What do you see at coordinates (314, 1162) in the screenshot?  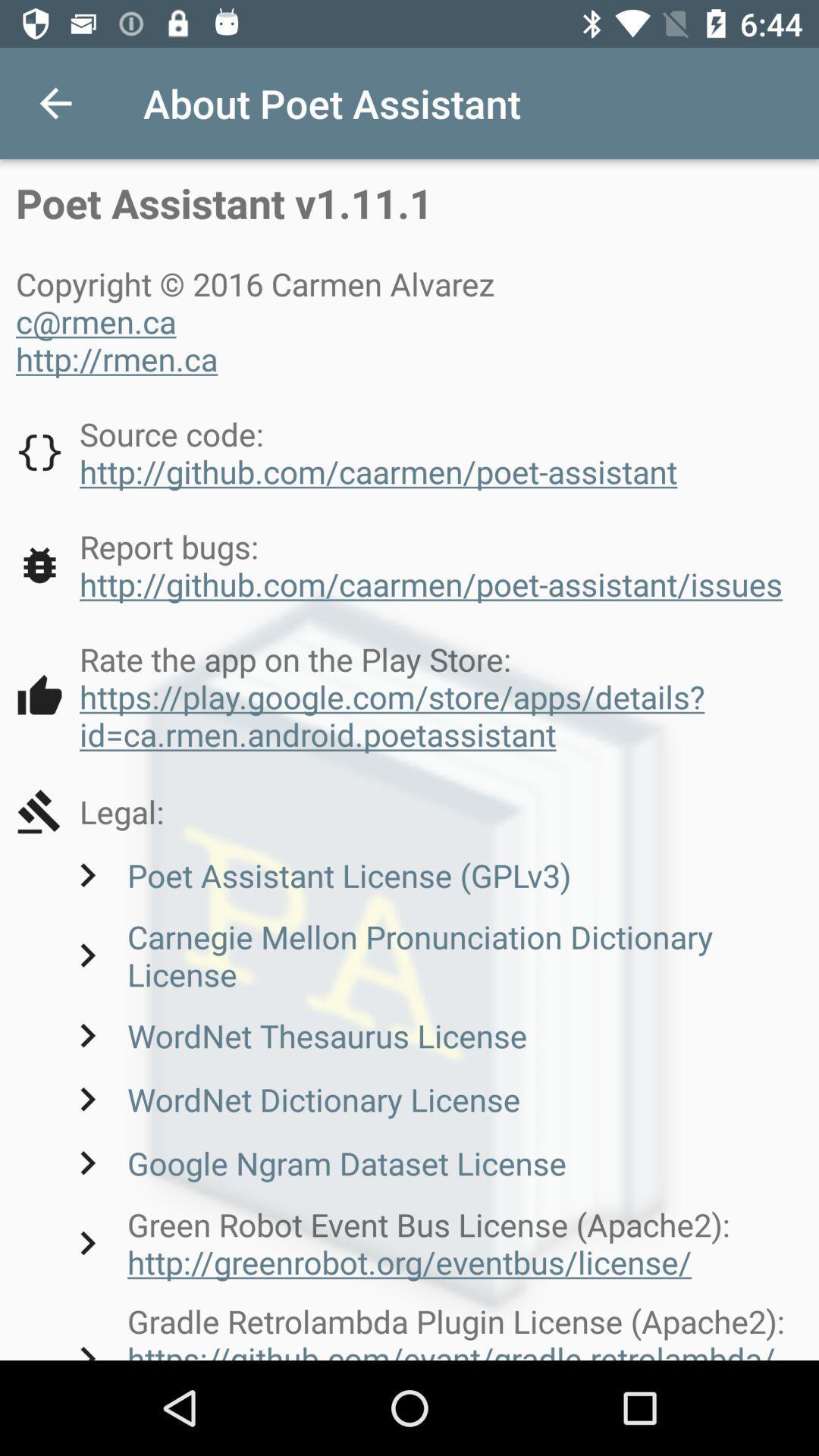 I see `google ngram dataset license which is 5th option in legal section` at bounding box center [314, 1162].